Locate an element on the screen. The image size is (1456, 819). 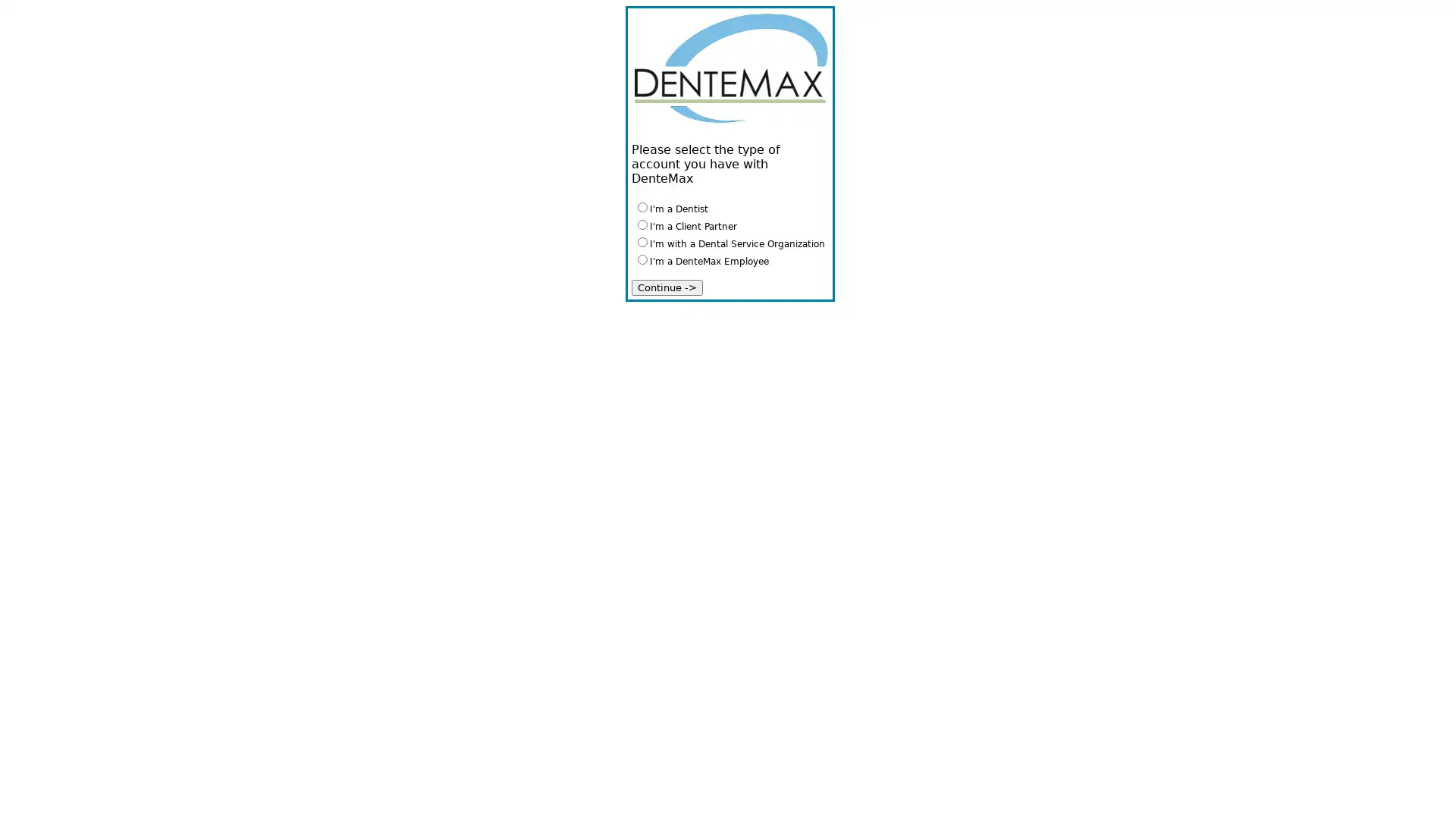
Continue -> is located at coordinates (667, 287).